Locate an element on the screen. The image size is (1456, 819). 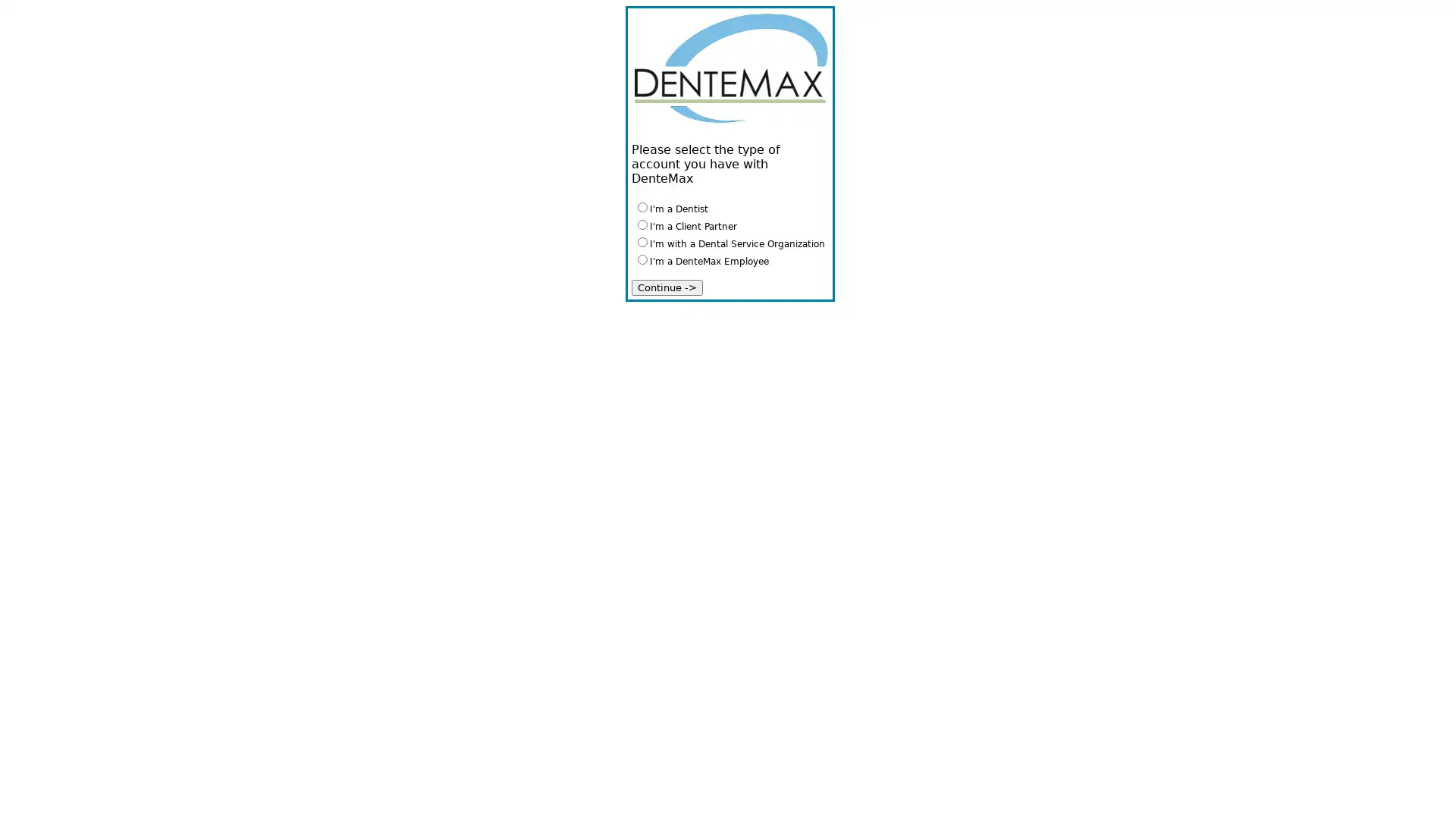
Continue -> is located at coordinates (667, 287).